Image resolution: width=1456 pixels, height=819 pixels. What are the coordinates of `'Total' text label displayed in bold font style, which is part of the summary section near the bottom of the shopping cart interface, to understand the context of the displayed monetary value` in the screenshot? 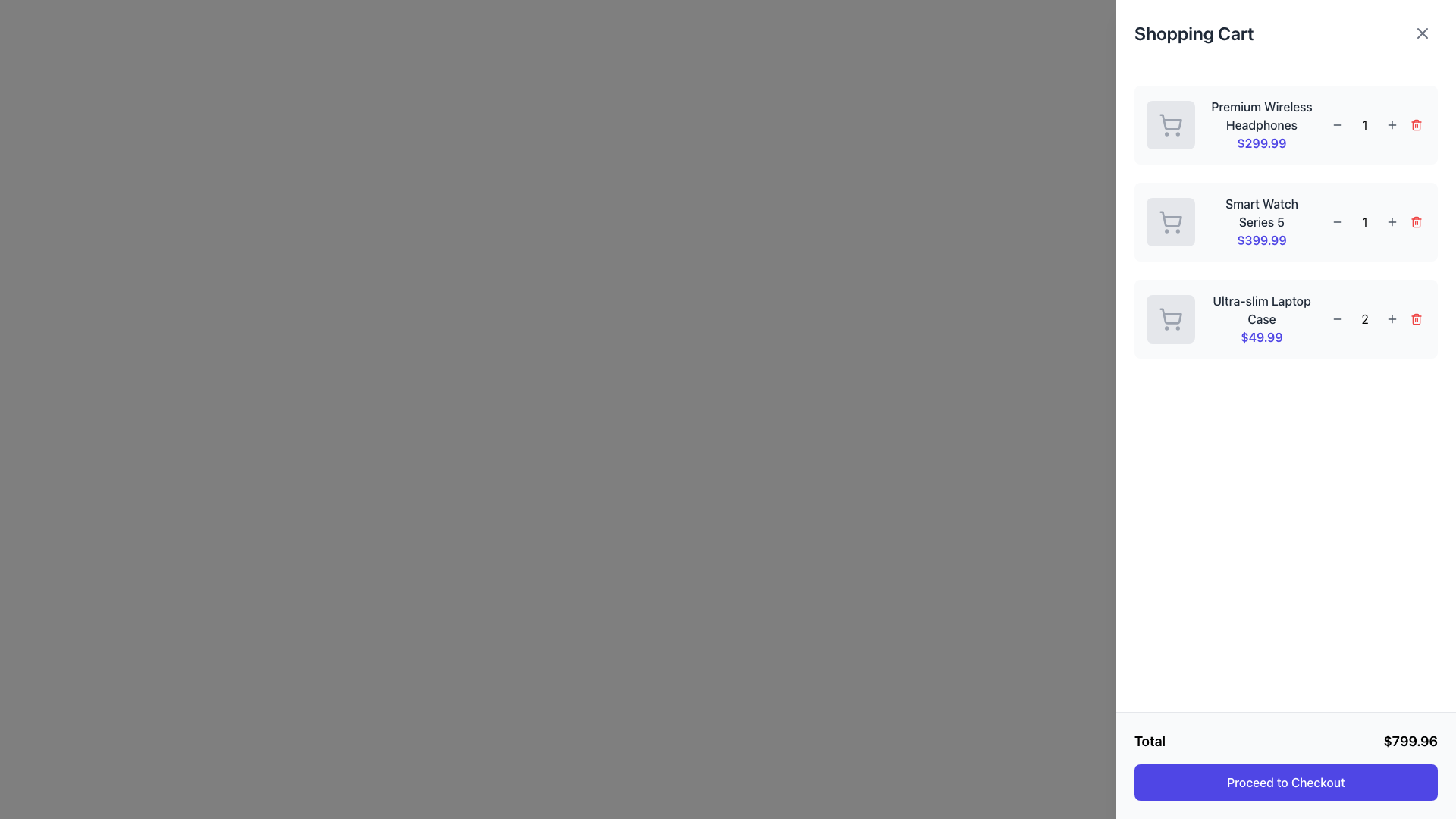 It's located at (1150, 741).